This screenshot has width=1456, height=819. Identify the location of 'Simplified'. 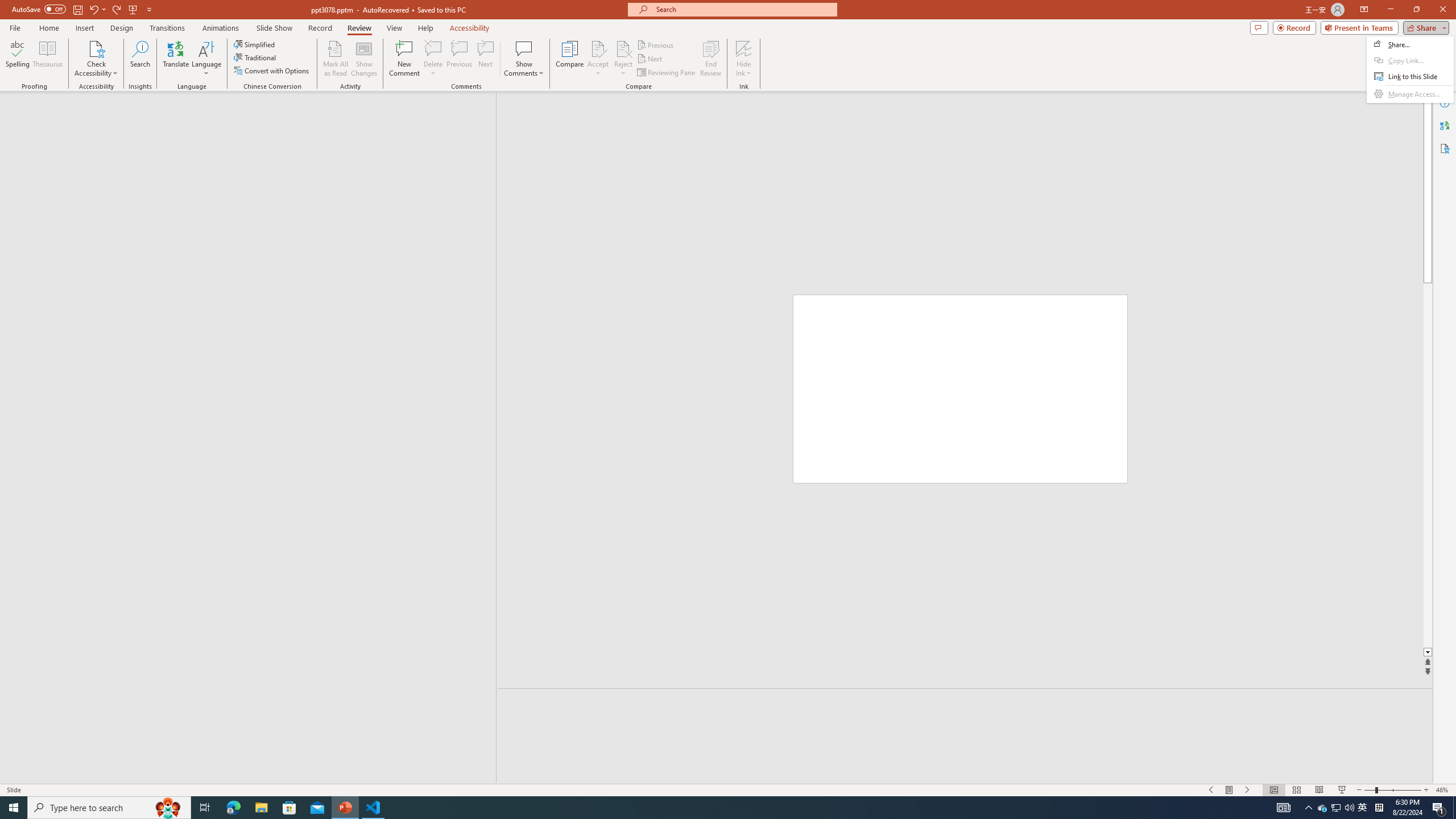
(255, 44).